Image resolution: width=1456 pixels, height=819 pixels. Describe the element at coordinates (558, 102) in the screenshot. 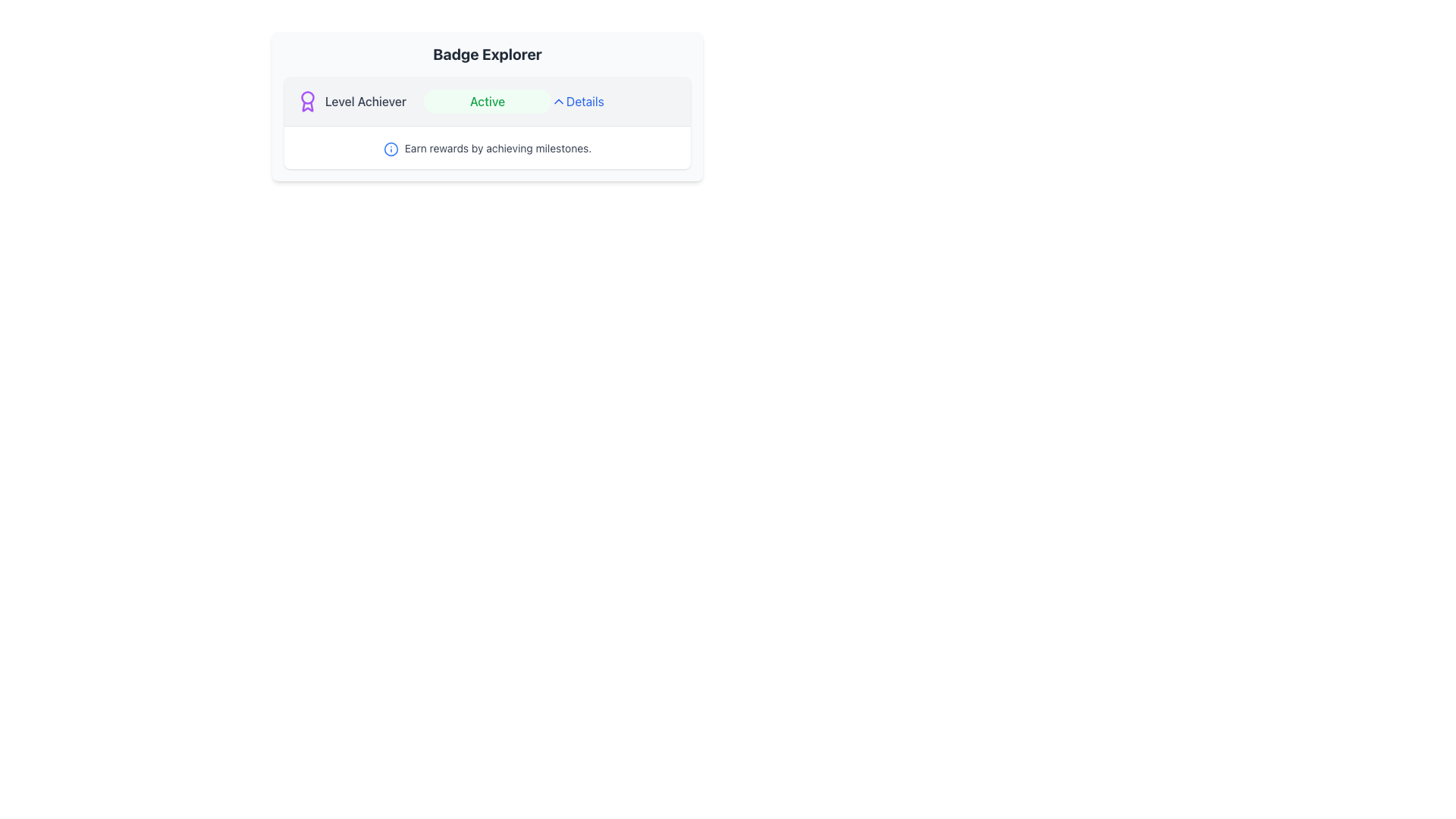

I see `the small upward-pointing chevron icon with a blue outline located to the left of the word 'Details'` at that location.